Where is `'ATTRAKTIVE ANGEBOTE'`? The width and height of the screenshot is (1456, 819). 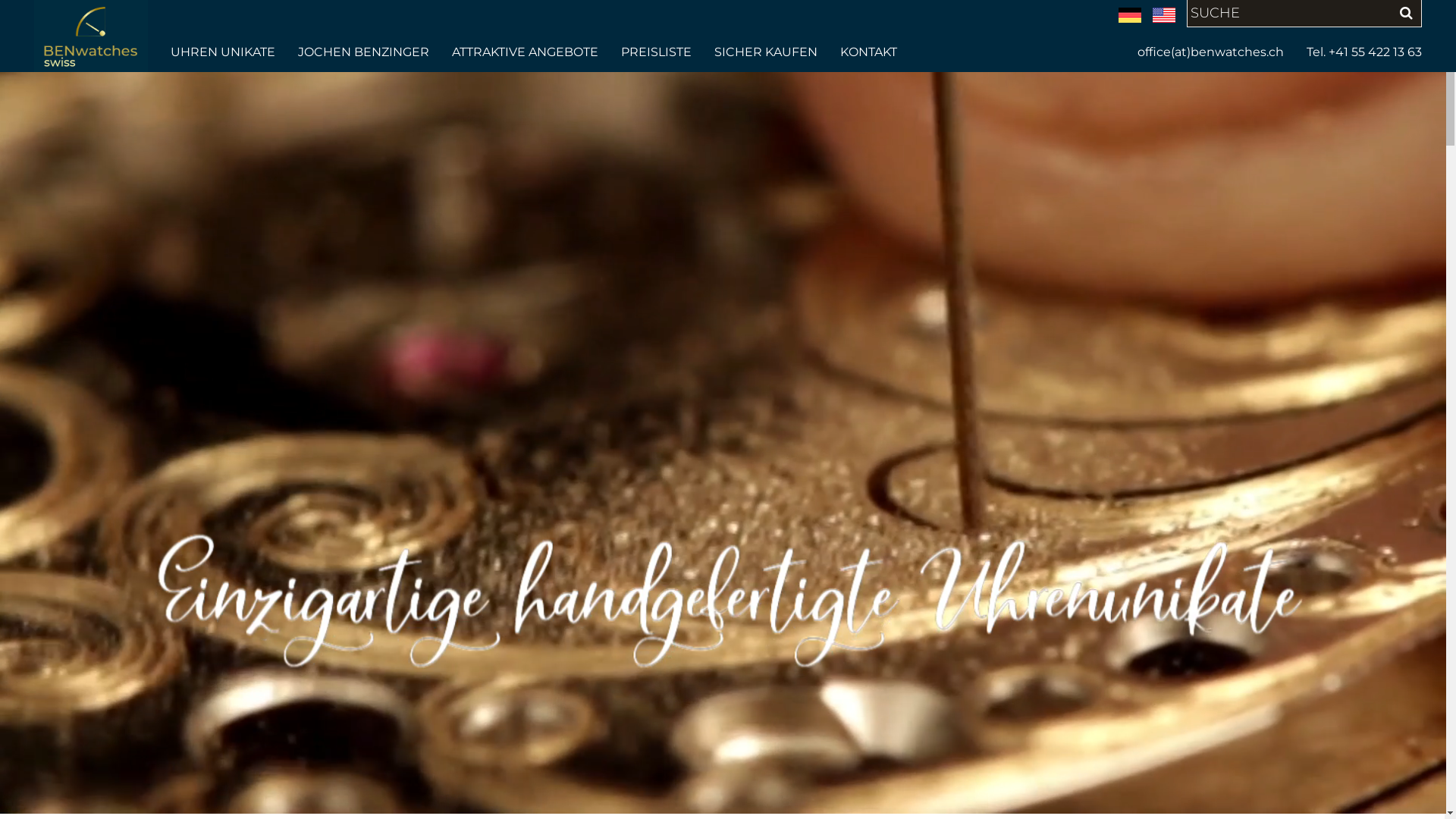
'ATTRAKTIVE ANGEBOTE' is located at coordinates (525, 52).